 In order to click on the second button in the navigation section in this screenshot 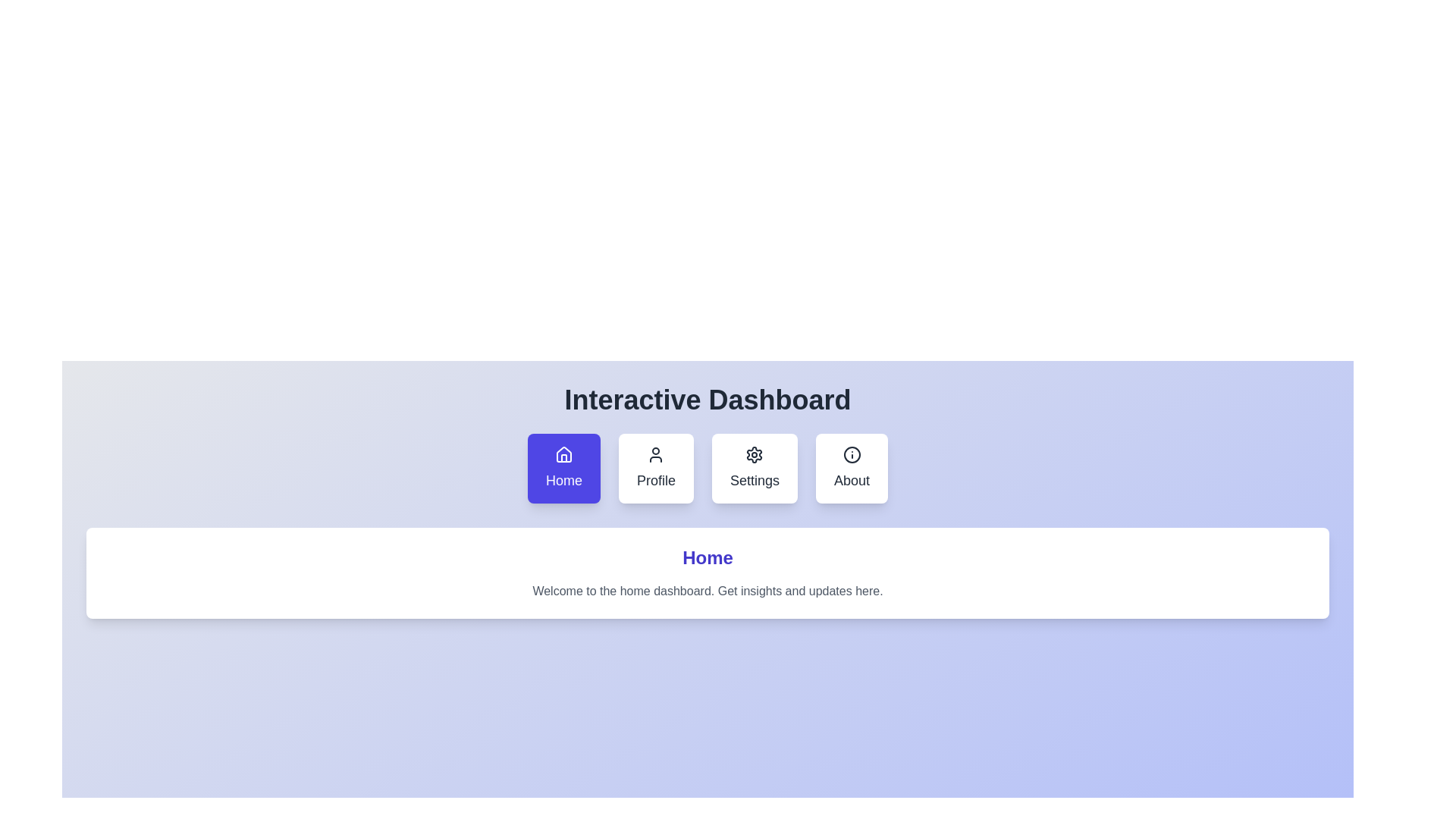, I will do `click(656, 467)`.